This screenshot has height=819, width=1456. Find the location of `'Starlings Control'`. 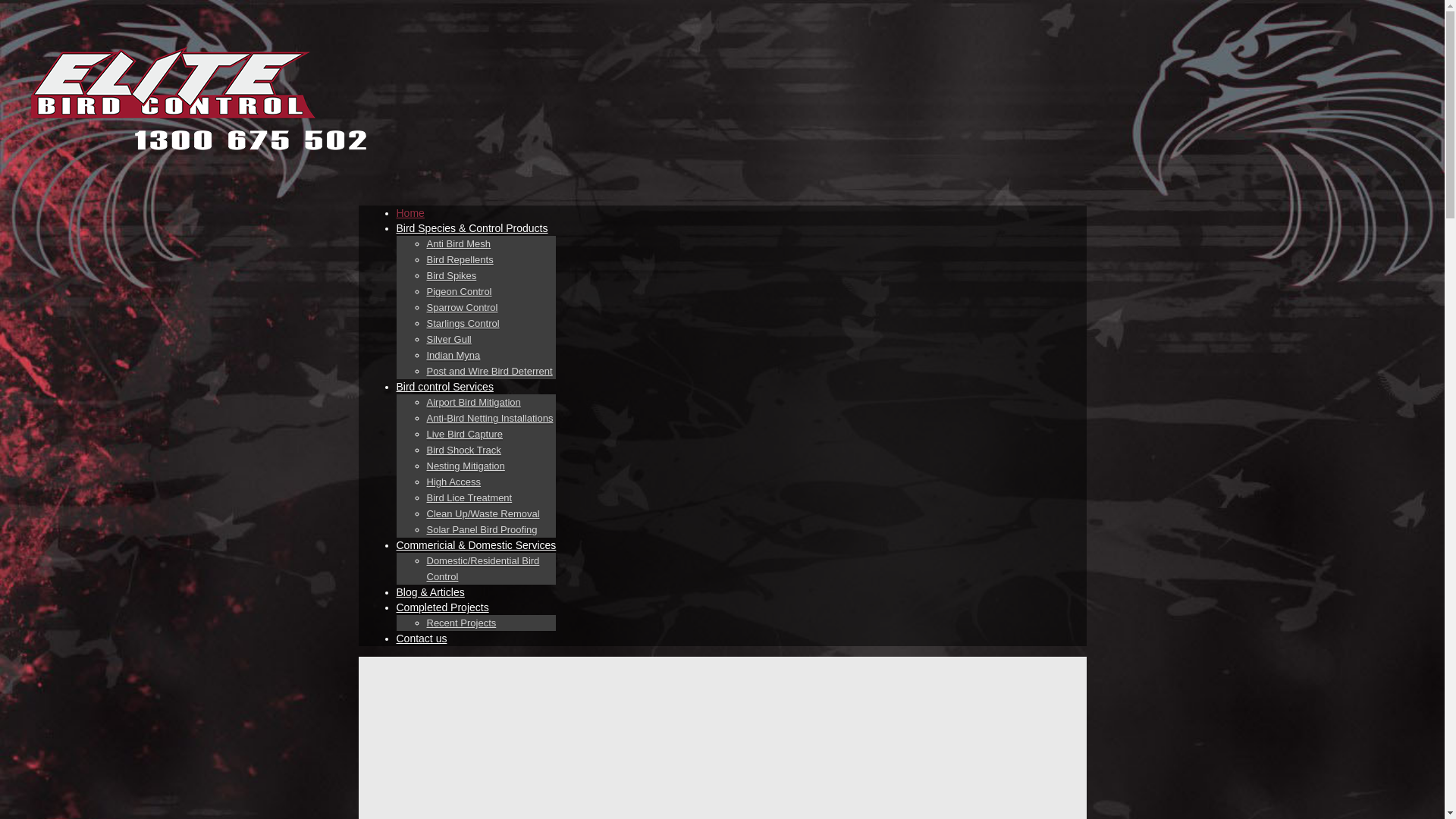

'Starlings Control' is located at coordinates (425, 323).